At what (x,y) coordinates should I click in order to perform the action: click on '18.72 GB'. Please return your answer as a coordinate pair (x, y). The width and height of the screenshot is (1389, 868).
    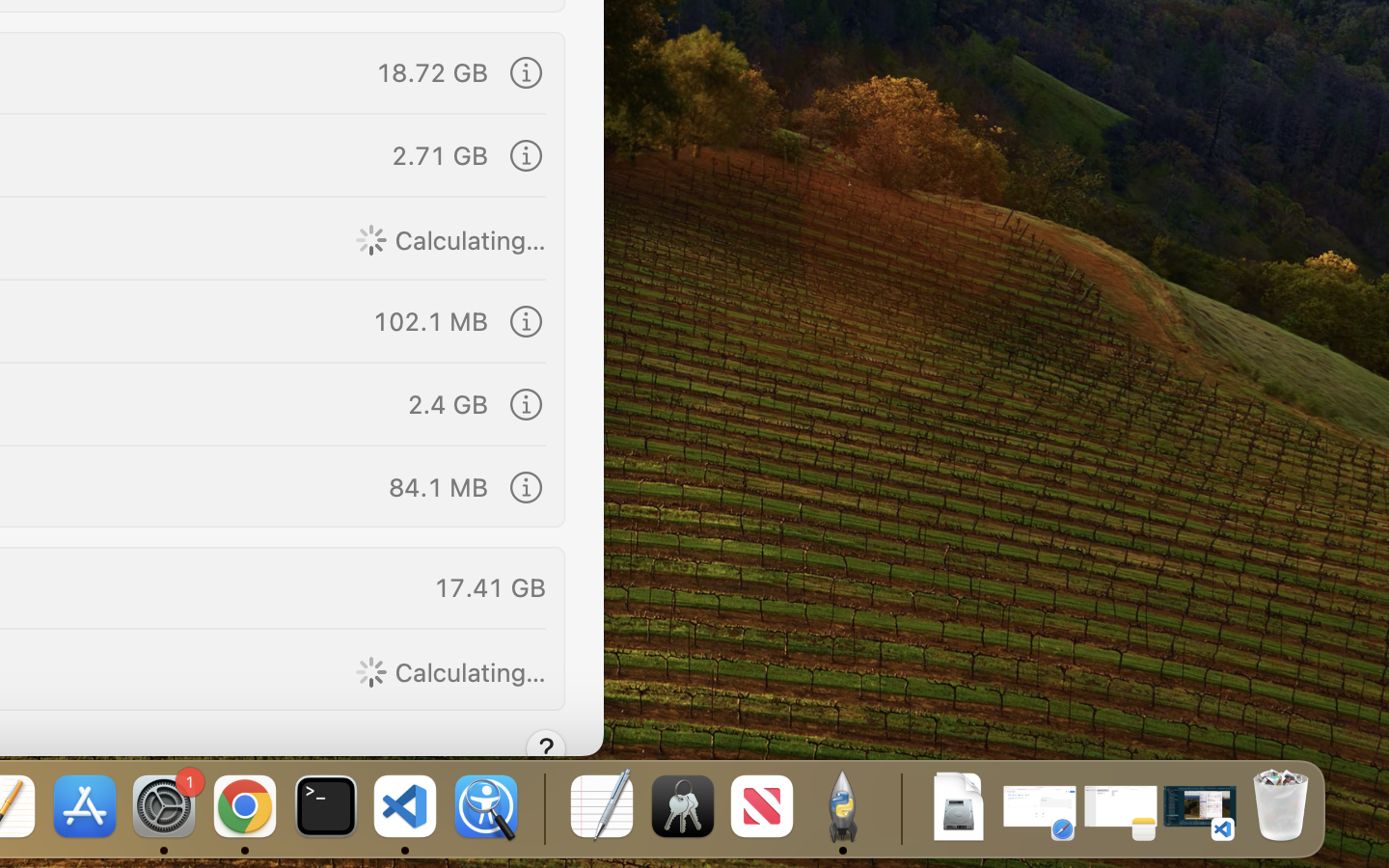
    Looking at the image, I should click on (431, 69).